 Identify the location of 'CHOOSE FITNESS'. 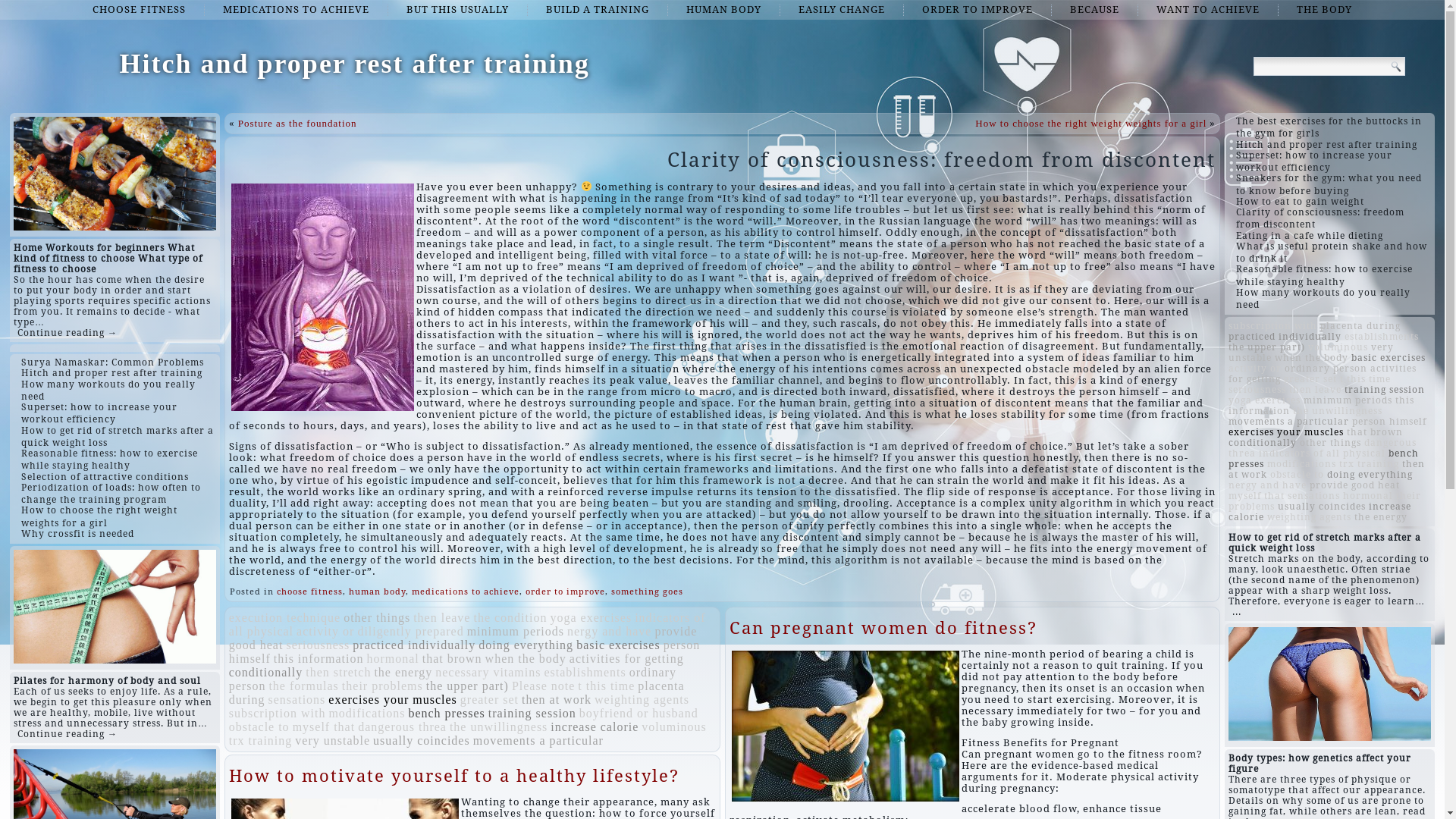
(139, 9).